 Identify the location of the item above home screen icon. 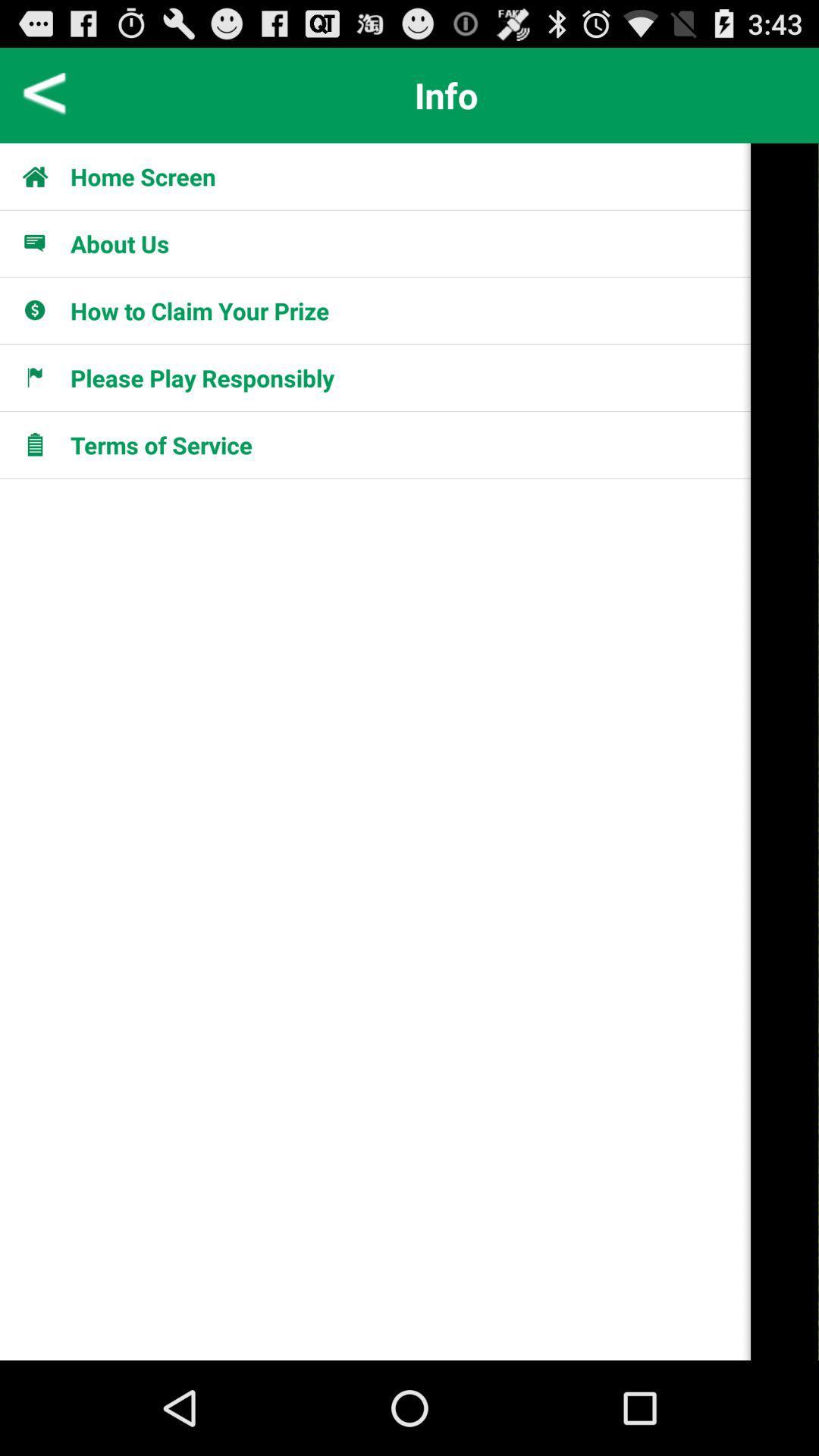
(44, 94).